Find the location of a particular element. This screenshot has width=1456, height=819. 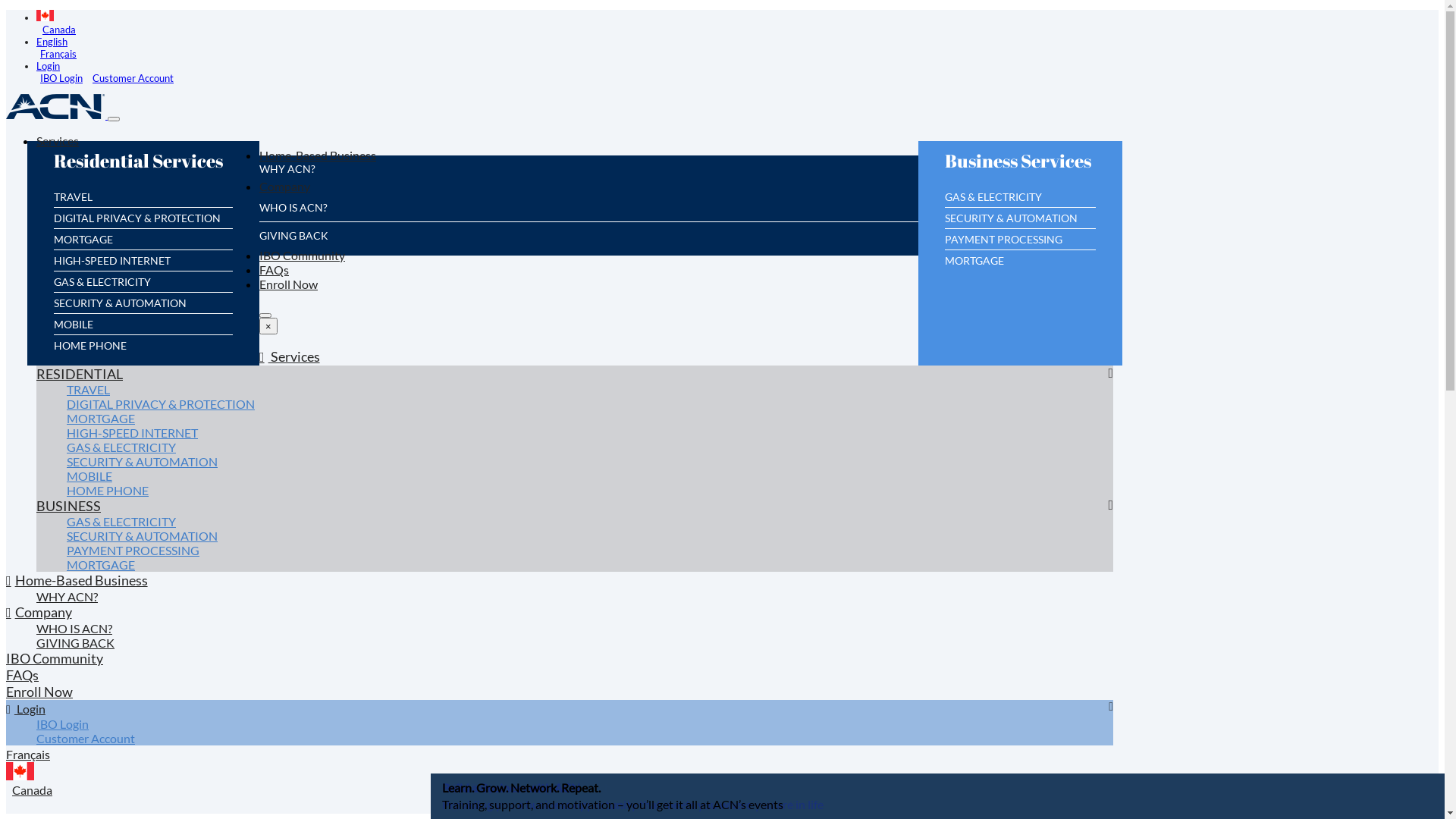

'PAYMENT PROCESSING' is located at coordinates (1003, 244).